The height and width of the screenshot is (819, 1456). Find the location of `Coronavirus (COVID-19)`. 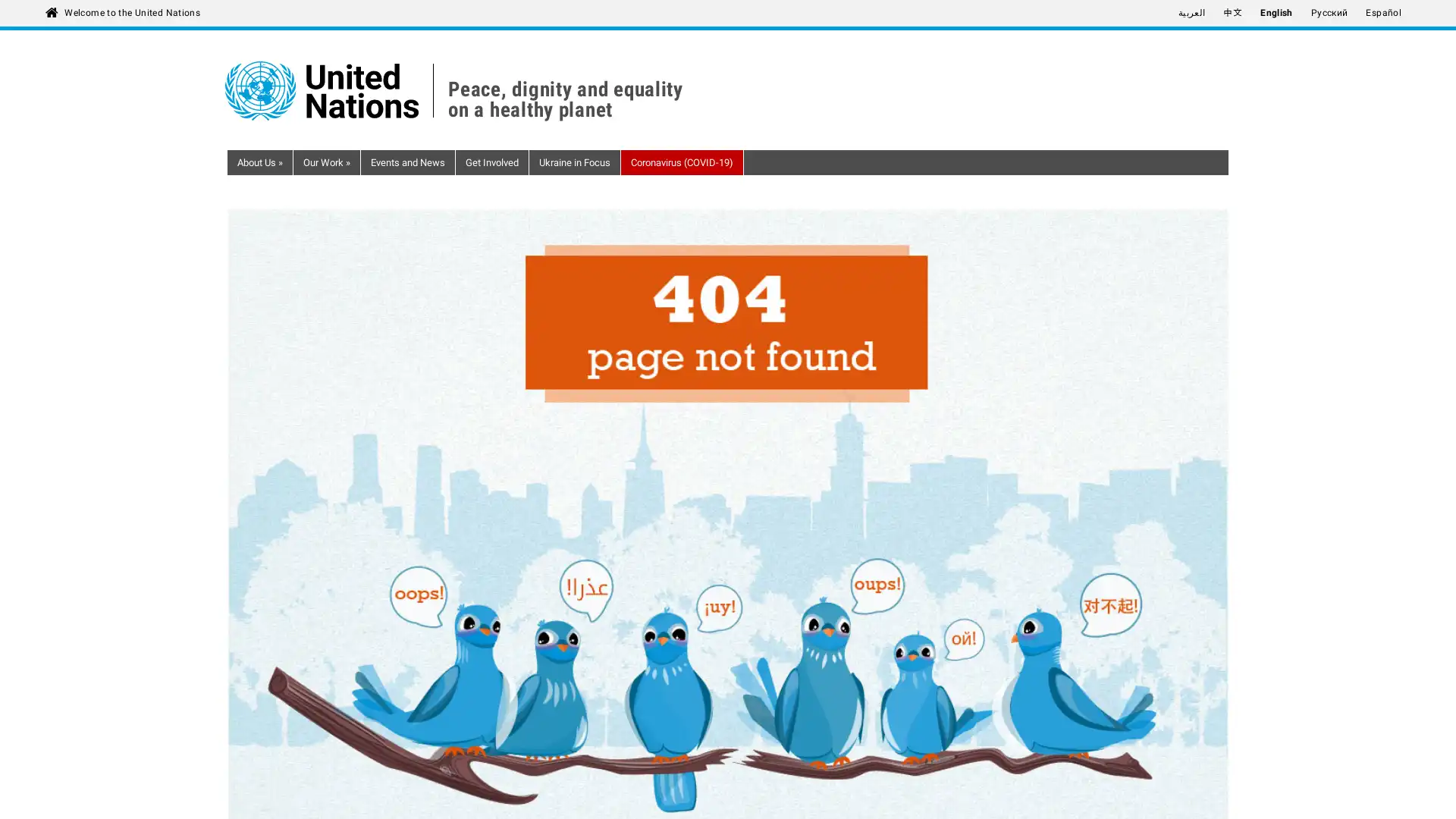

Coronavirus (COVID-19) is located at coordinates (682, 162).